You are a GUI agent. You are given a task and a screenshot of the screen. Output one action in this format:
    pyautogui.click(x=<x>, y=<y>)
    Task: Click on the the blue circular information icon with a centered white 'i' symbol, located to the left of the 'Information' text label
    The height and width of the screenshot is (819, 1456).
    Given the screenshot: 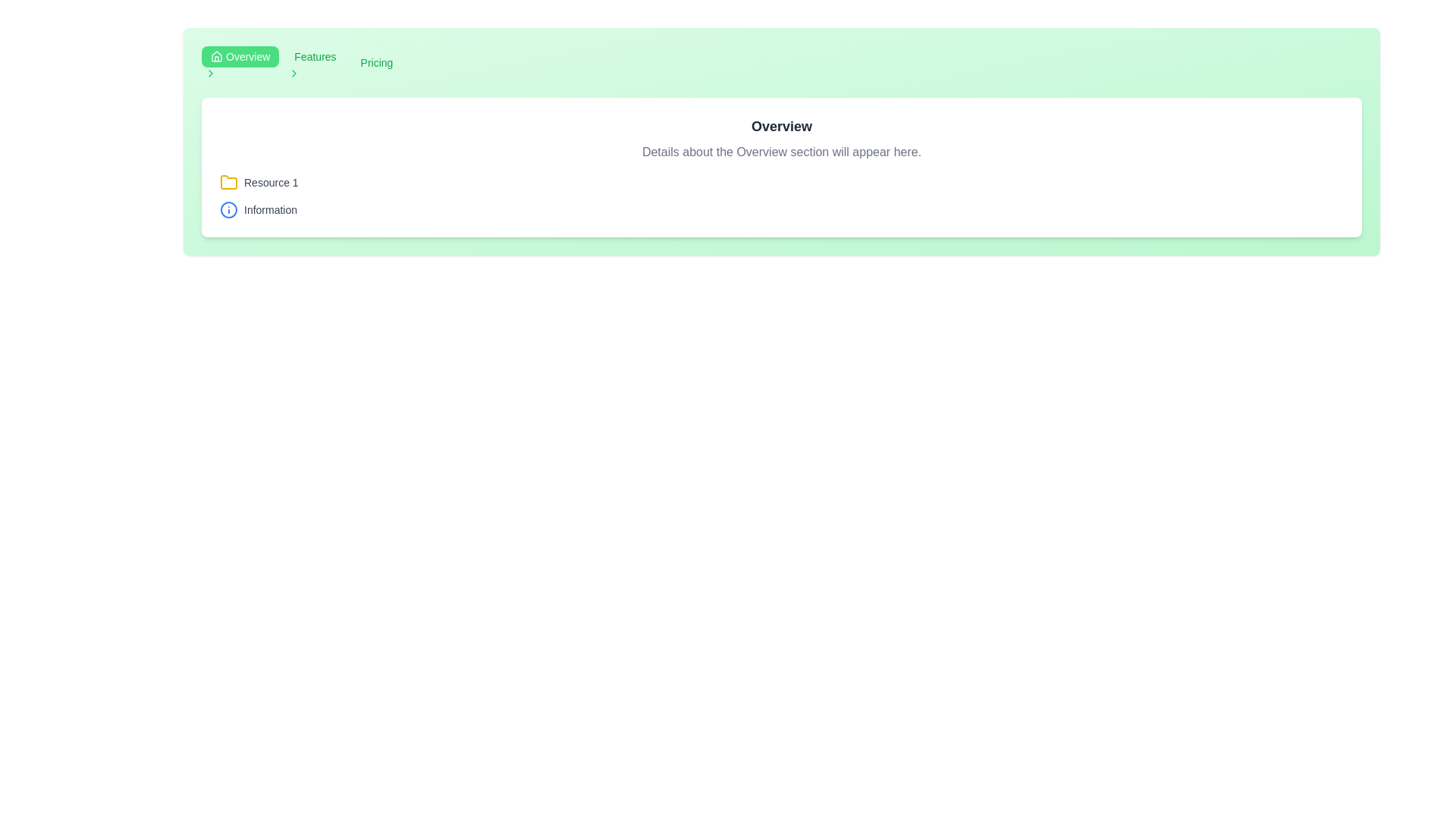 What is the action you would take?
    pyautogui.click(x=228, y=210)
    